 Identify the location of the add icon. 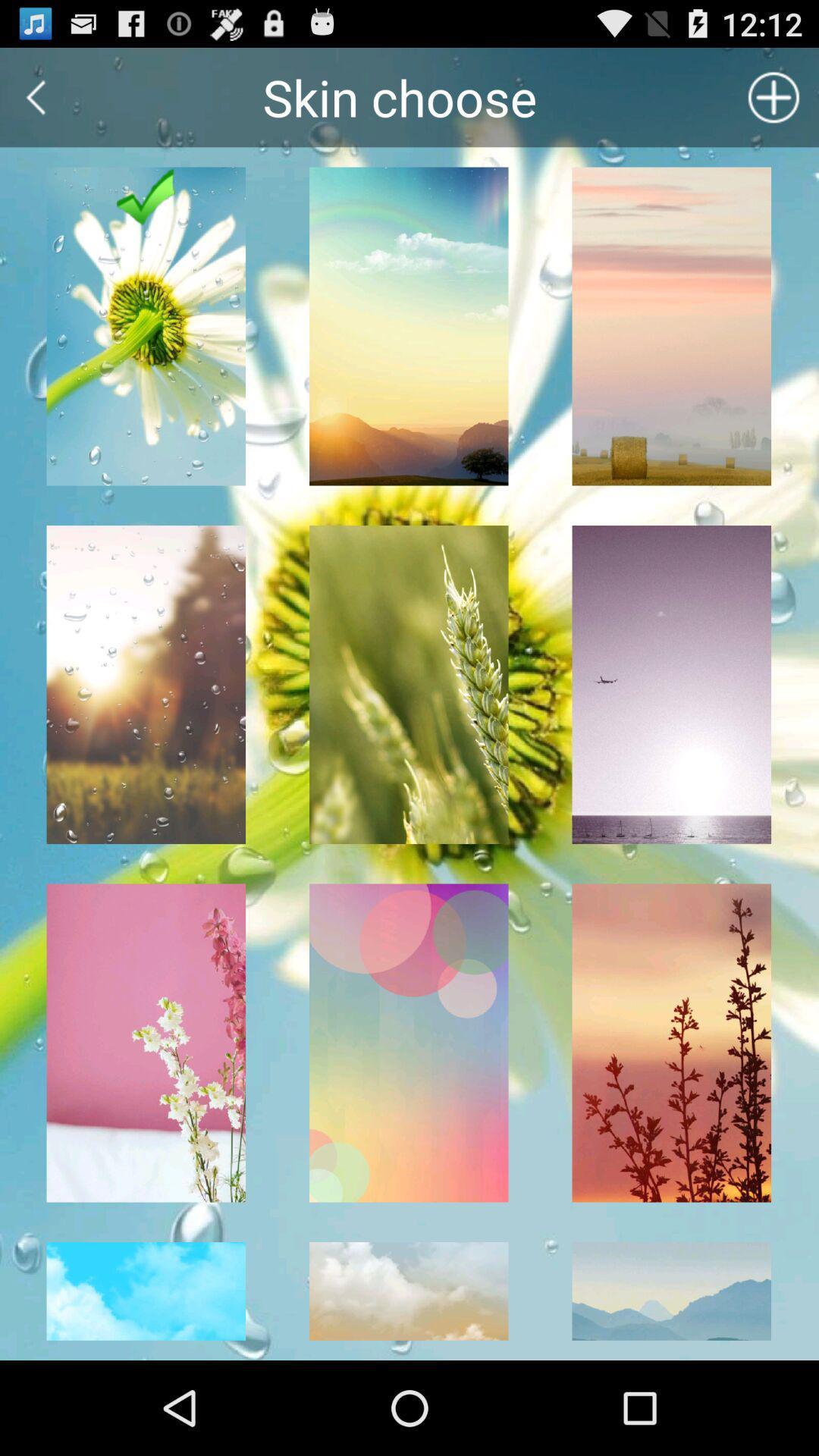
(773, 96).